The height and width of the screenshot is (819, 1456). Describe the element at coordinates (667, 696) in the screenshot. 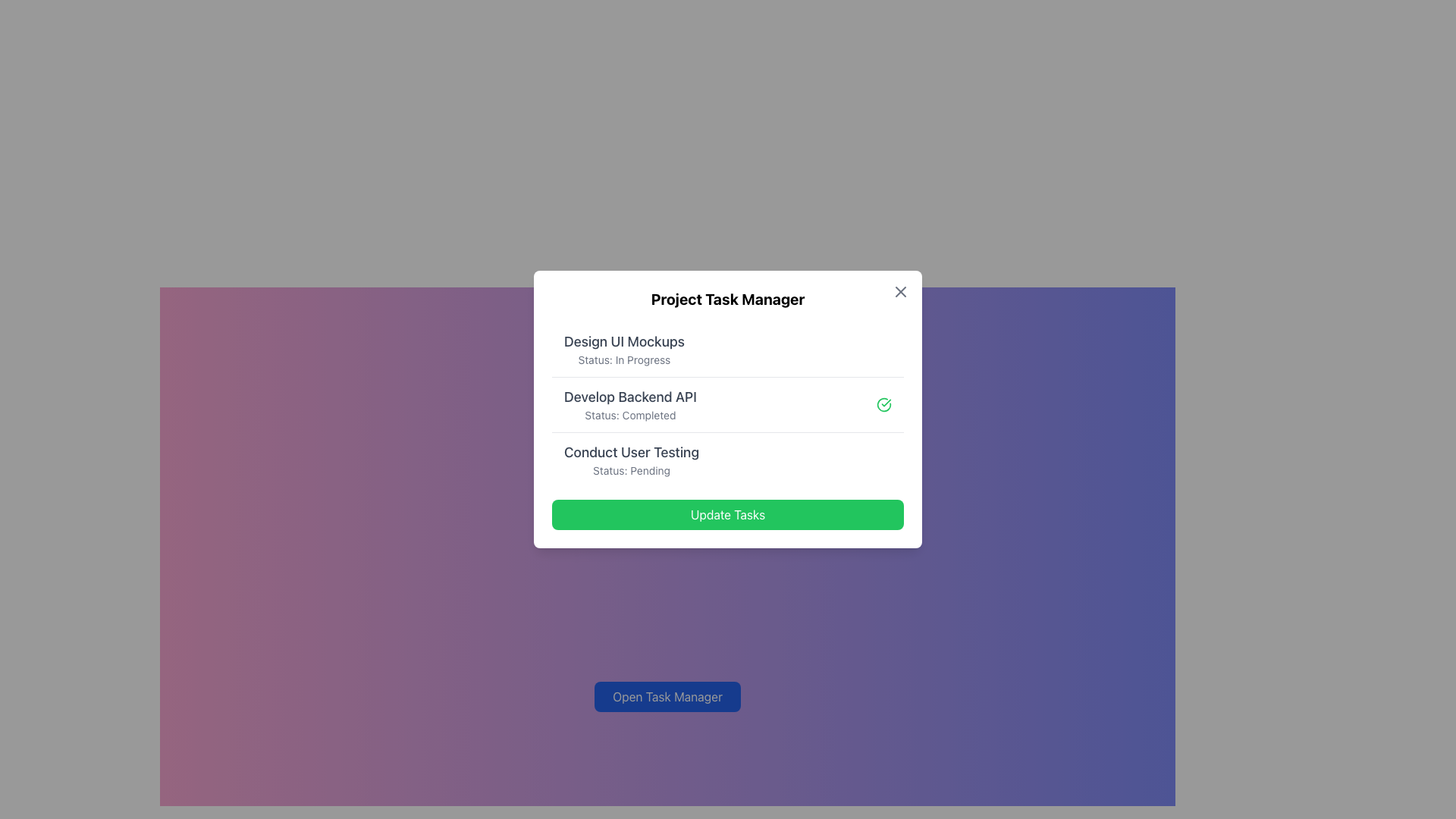

I see `the rectangular button with a blue background and white text labeled 'Open Task Manager'` at that location.